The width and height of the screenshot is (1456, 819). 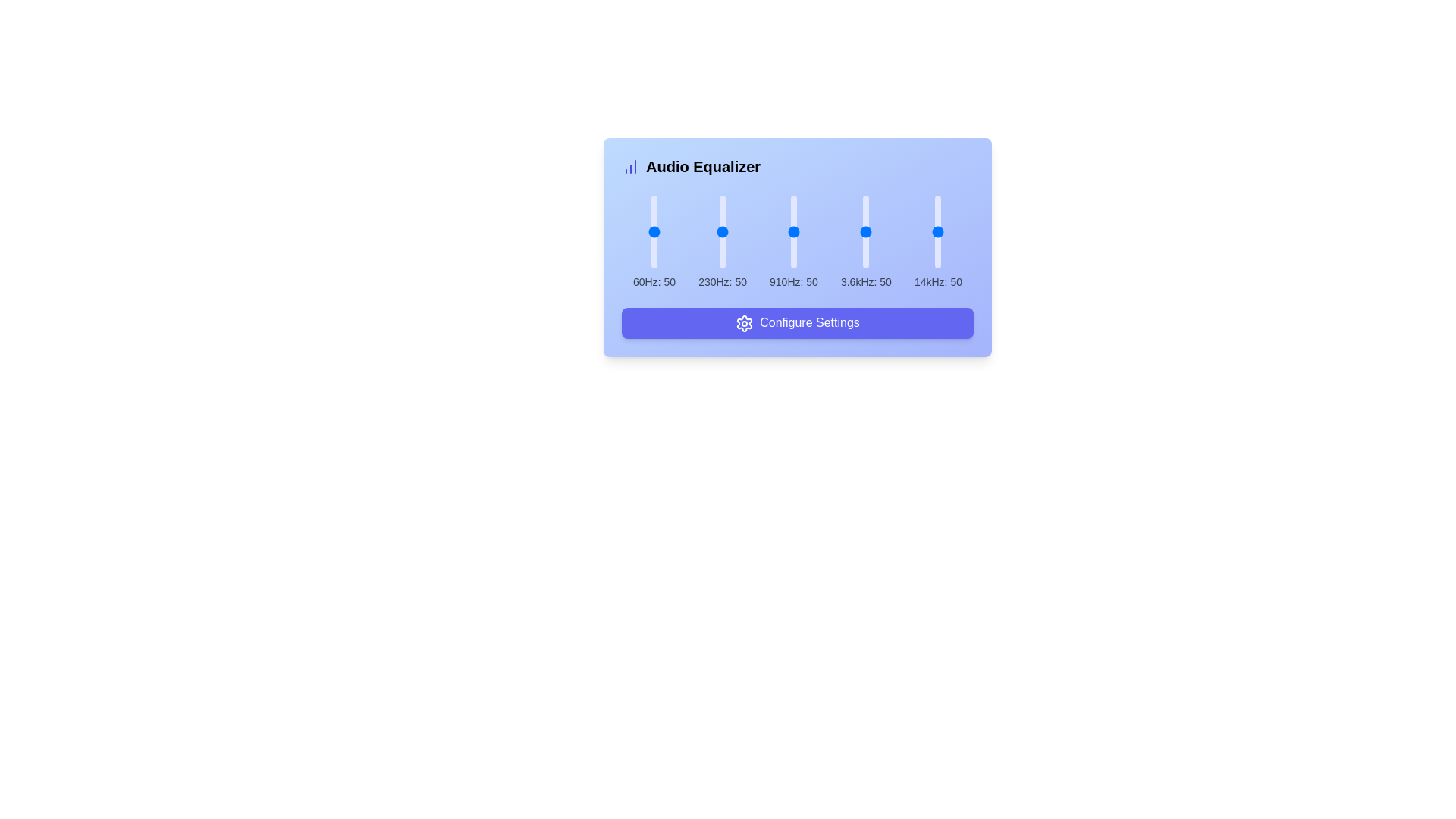 What do you see at coordinates (722, 232) in the screenshot?
I see `the 230Hz band value` at bounding box center [722, 232].